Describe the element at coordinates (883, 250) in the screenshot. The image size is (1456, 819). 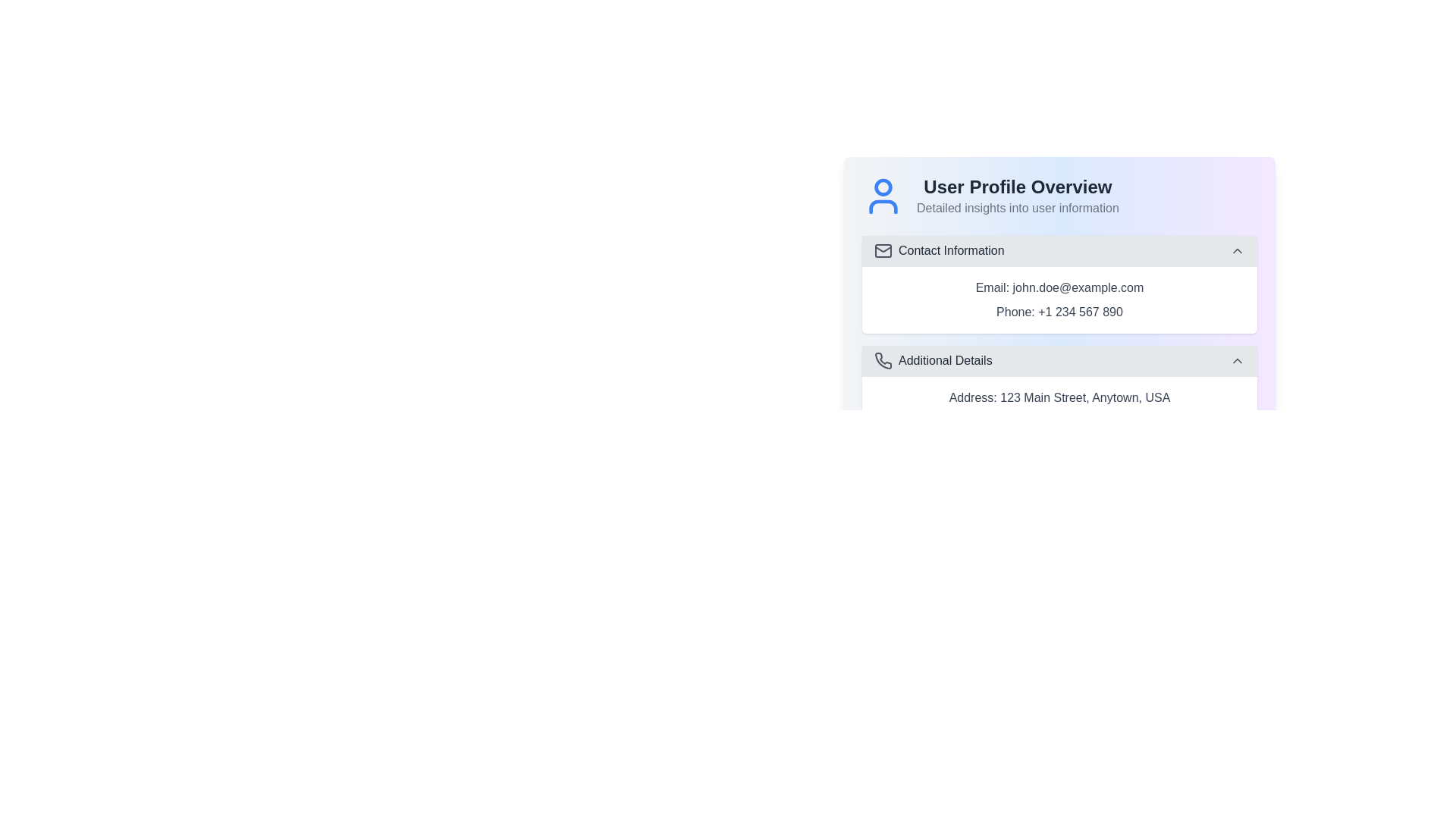
I see `the graphic element that forms the rectangular body of the envelope icon, which is located next to the 'Contact Information' header in the user interface` at that location.